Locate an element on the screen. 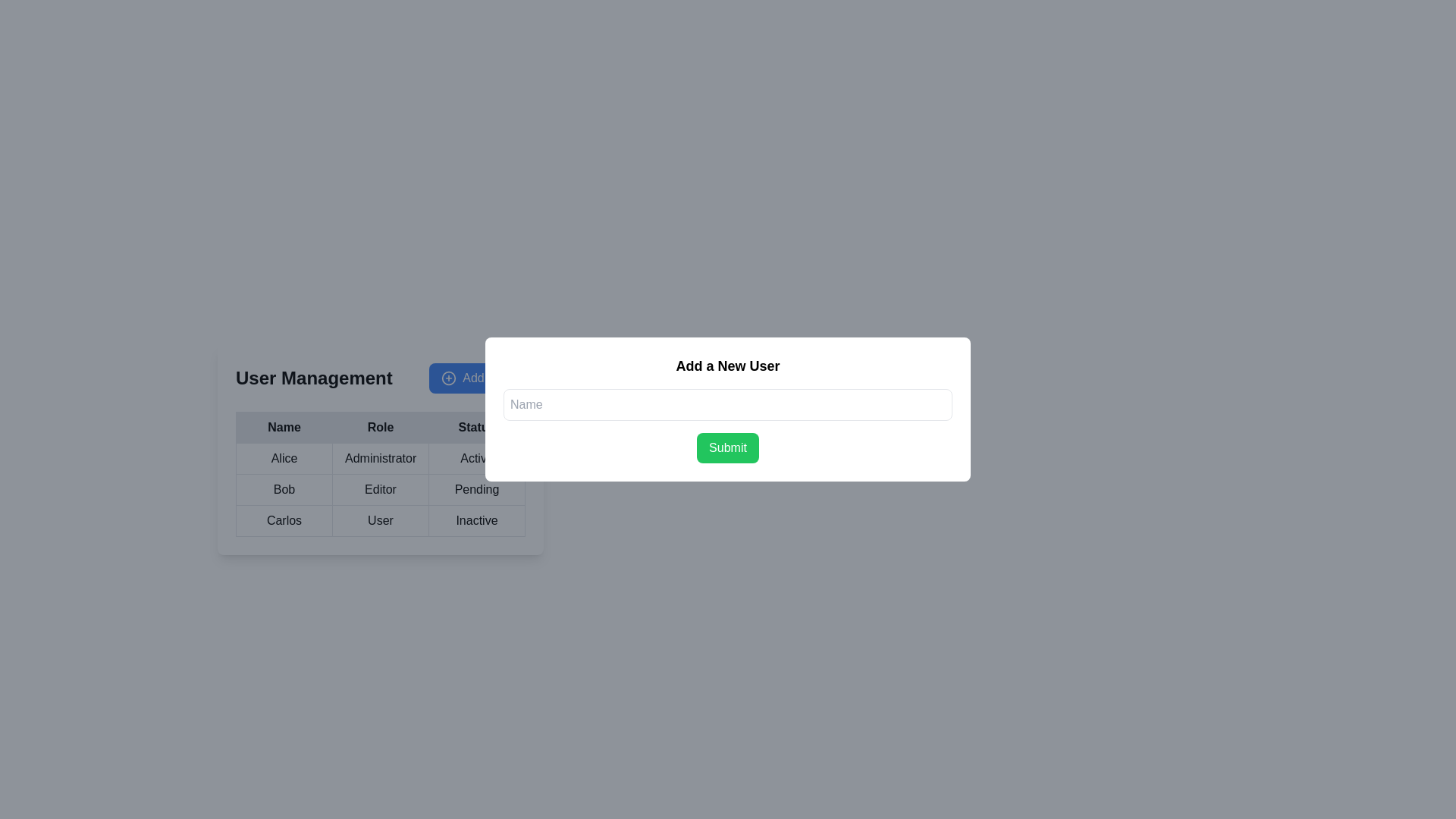  the text label displaying the name 'Carlos' in the leftmost cell of the table under the column labeled 'Name' is located at coordinates (284, 519).